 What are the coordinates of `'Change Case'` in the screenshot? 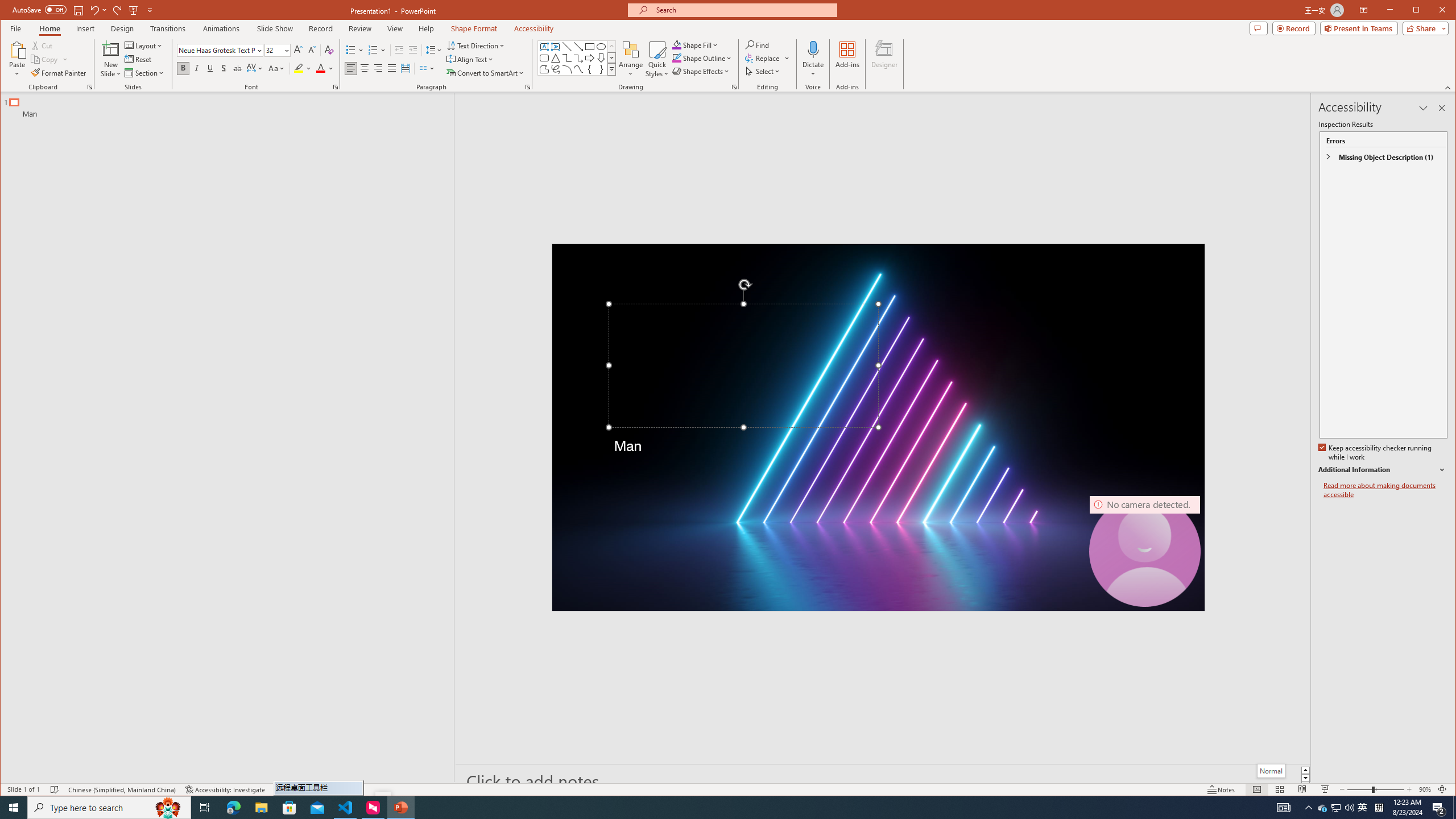 It's located at (276, 68).